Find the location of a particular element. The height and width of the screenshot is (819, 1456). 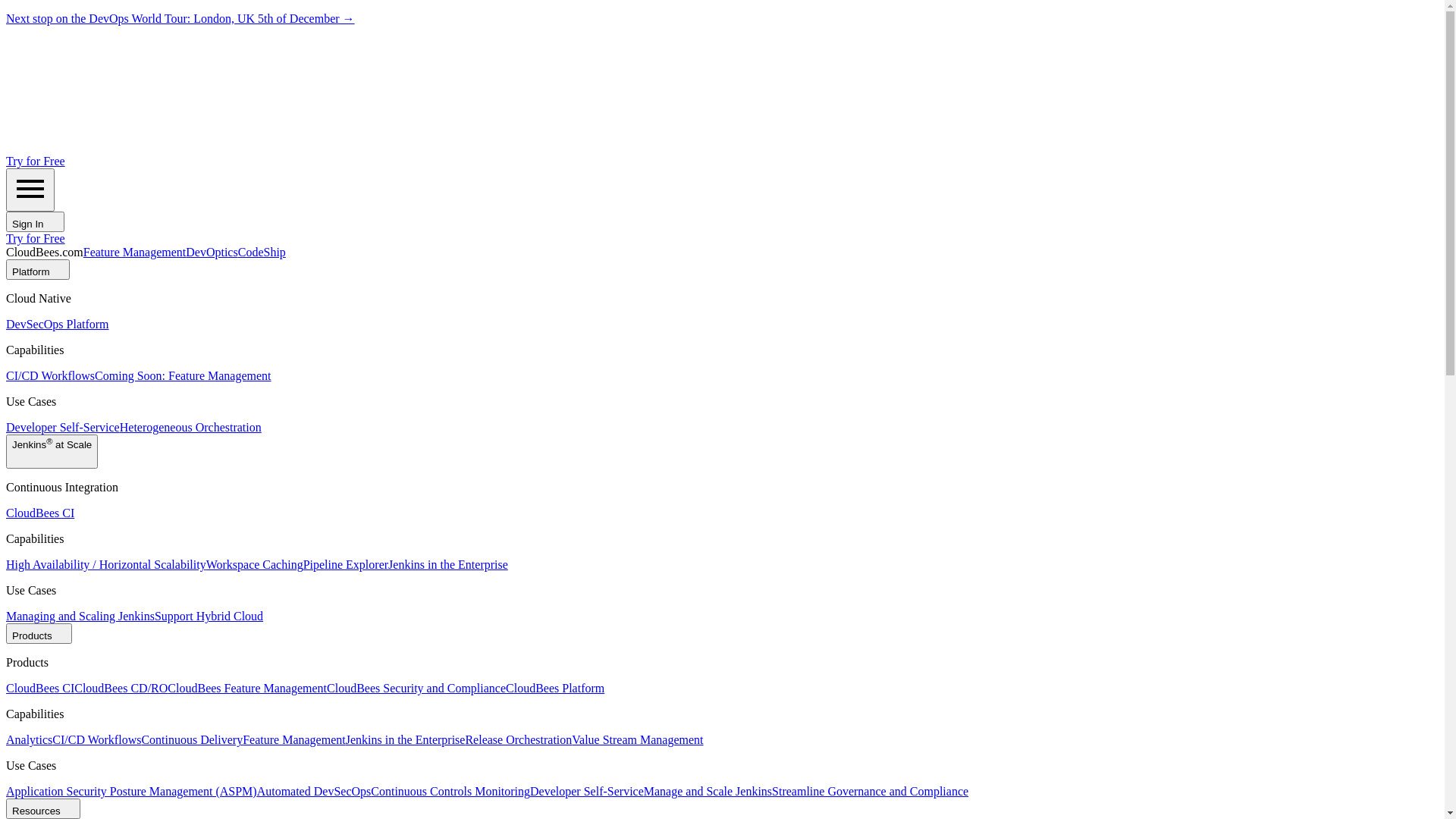

'CloudBees Security and Compliance' is located at coordinates (326, 688).